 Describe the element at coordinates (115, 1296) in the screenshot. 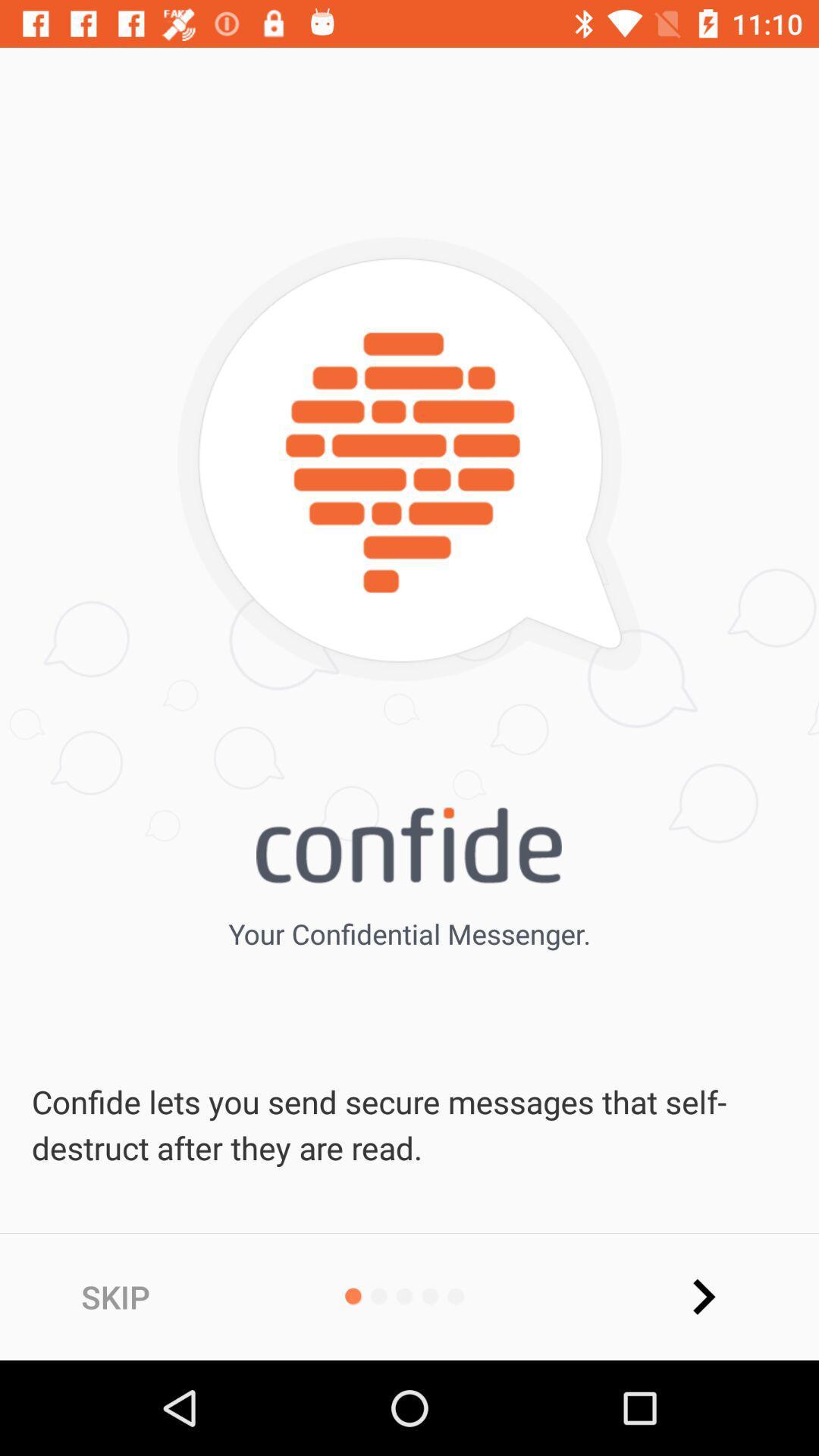

I see `skip icon` at that location.